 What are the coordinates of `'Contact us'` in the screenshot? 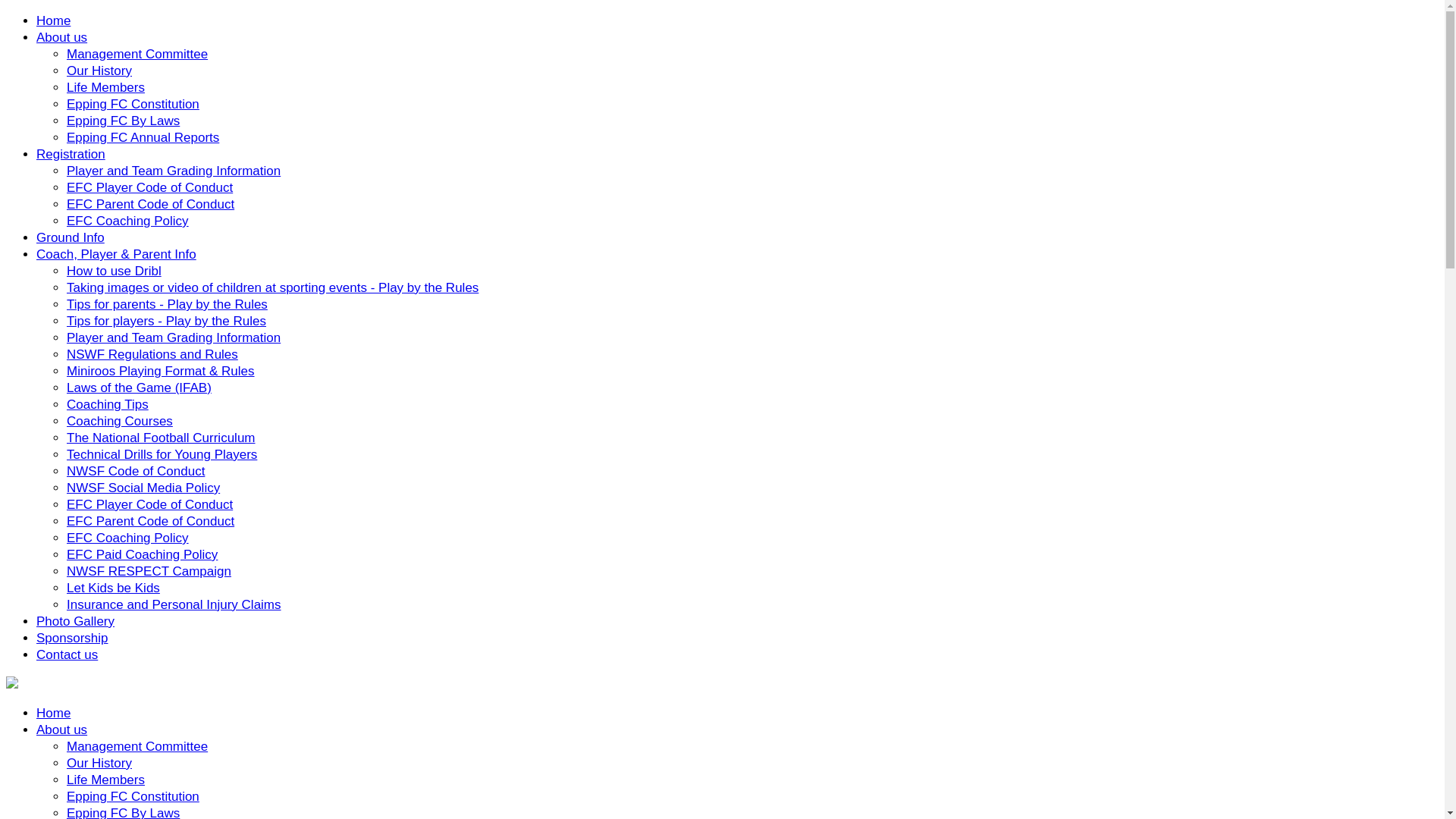 It's located at (66, 654).